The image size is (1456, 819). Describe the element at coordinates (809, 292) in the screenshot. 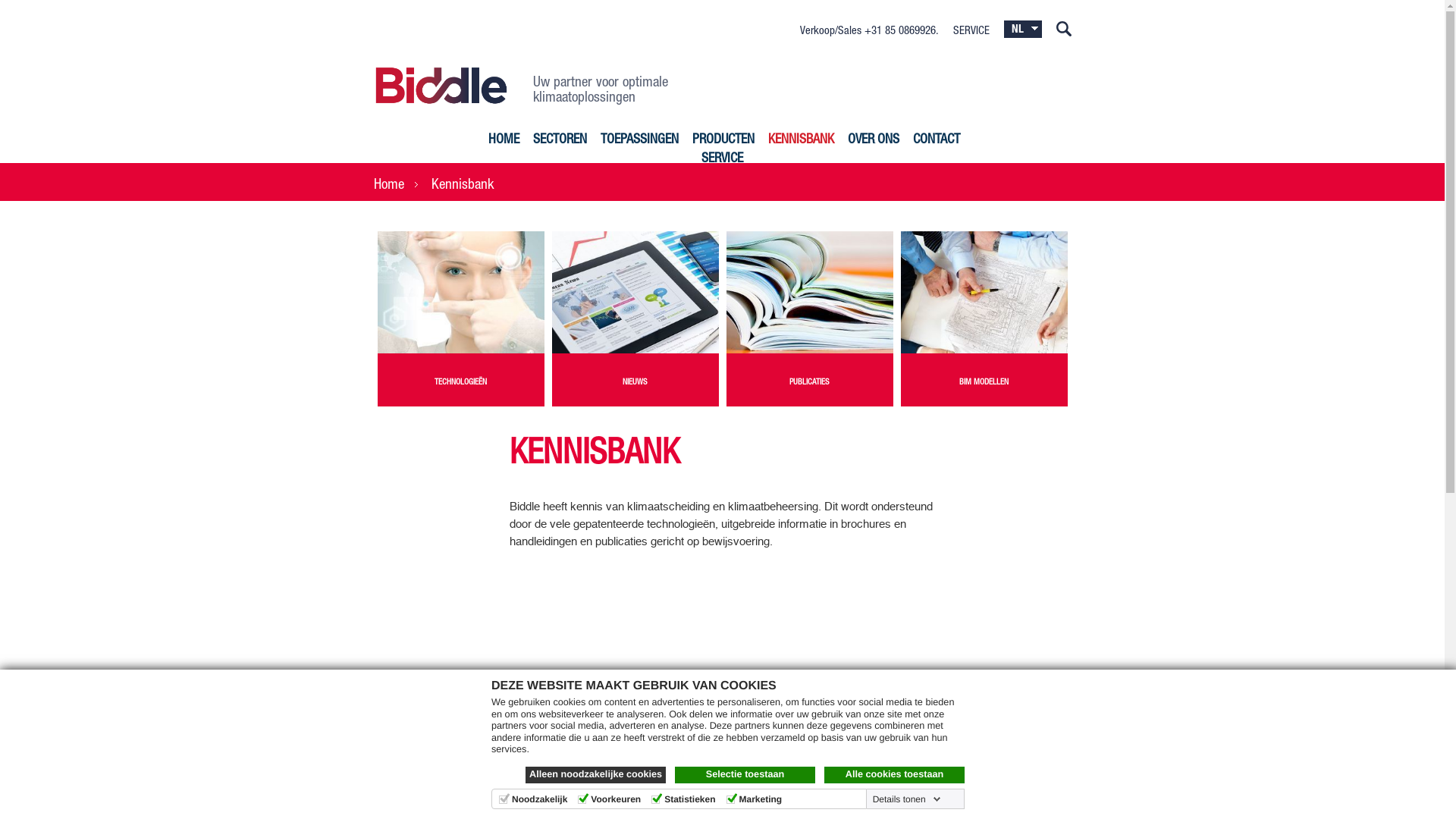

I see `'Diverse publicaties'` at that location.